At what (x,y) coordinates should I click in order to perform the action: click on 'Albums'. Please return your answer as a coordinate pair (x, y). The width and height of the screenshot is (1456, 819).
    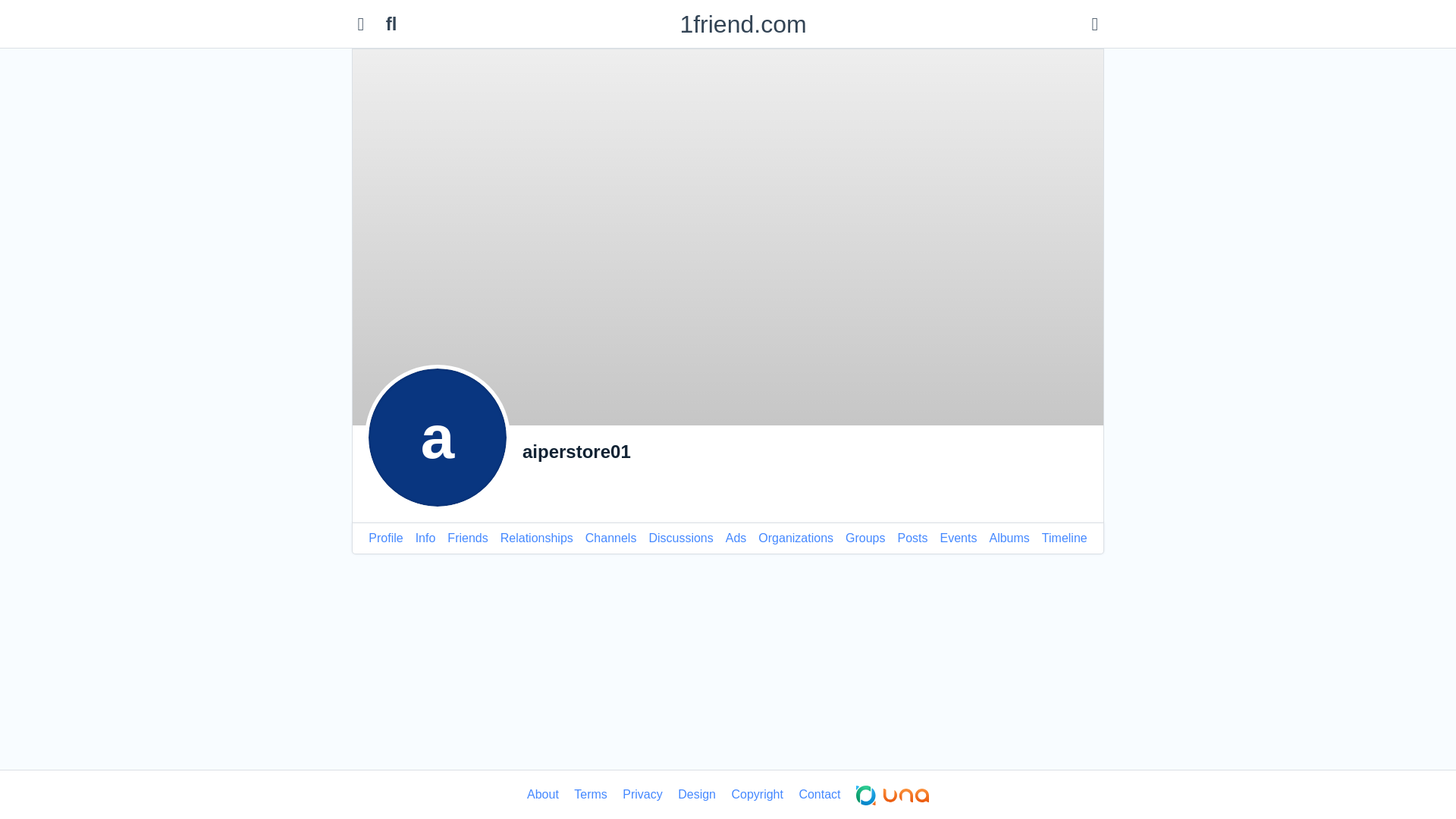
    Looking at the image, I should click on (1009, 537).